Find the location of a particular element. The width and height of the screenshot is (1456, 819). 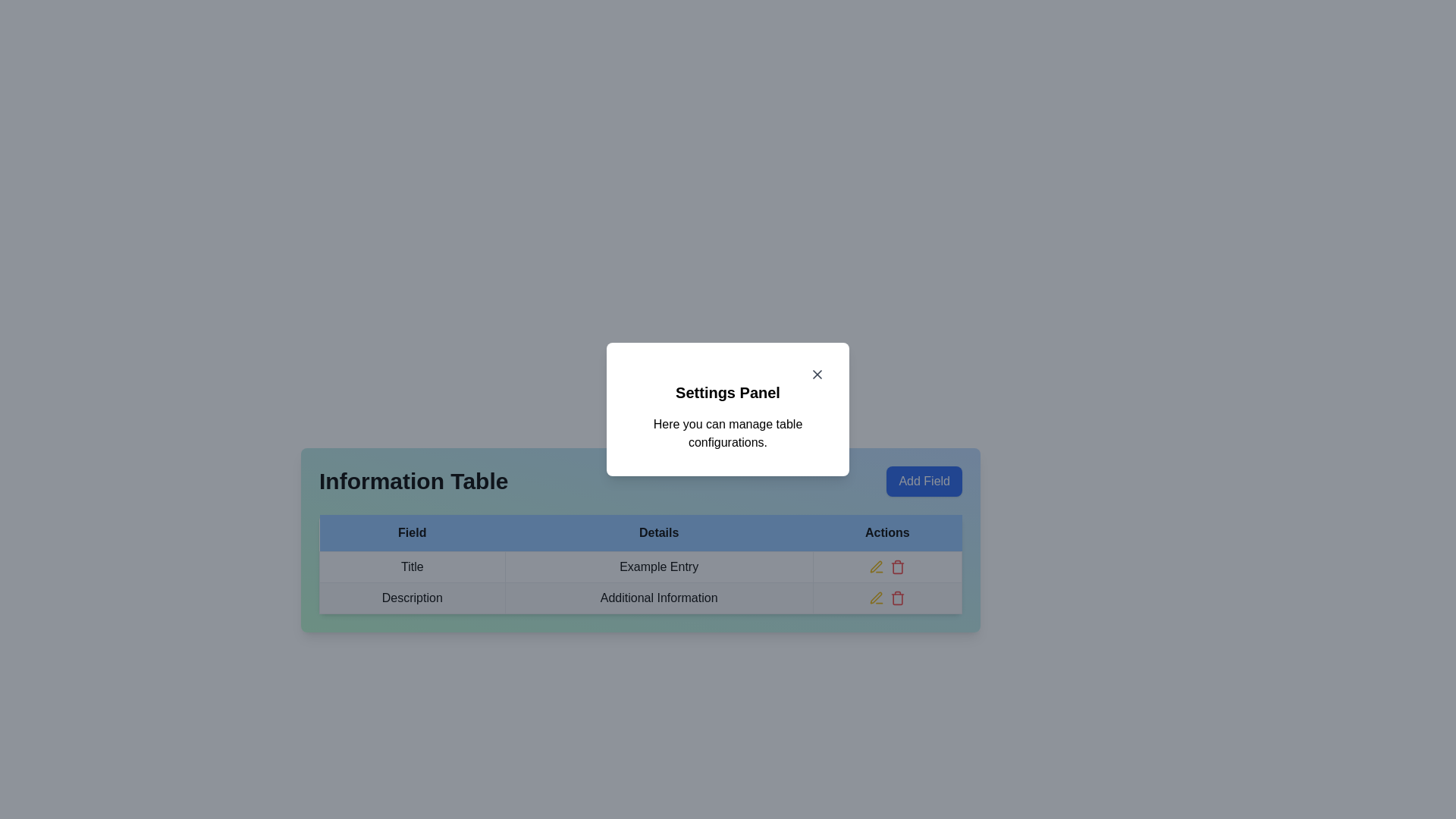

the table header row with a blue background containing 'Field', 'Details', and 'Actions', located beneath the 'Information Table' section is located at coordinates (640, 532).